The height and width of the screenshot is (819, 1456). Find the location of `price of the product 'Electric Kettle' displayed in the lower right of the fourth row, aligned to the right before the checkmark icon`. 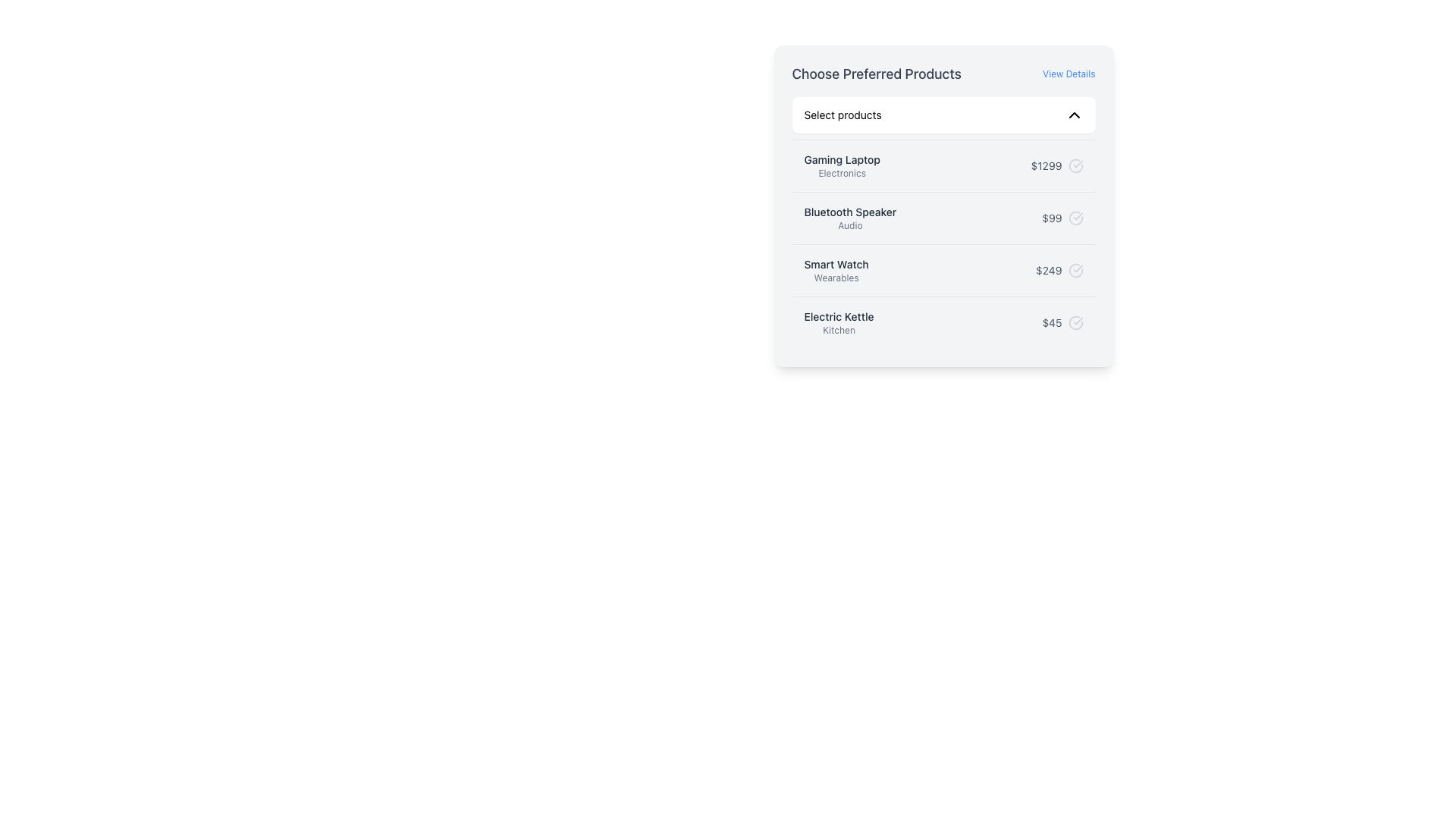

price of the product 'Electric Kettle' displayed in the lower right of the fourth row, aligned to the right before the checkmark icon is located at coordinates (1051, 322).